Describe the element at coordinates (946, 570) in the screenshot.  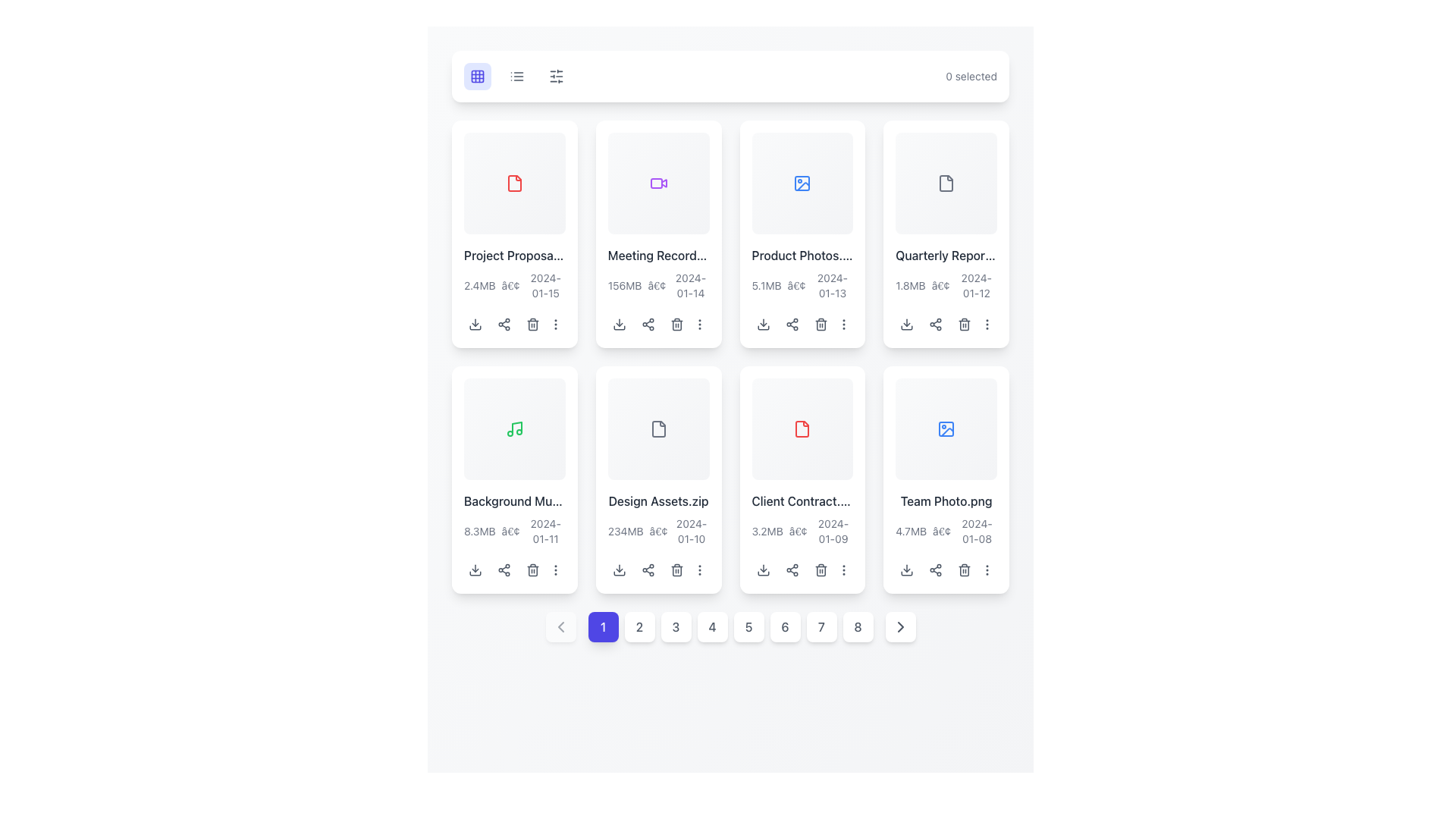
I see `the Action bar with multiple icons located below the file information of 'Team Photo.png'` at that location.